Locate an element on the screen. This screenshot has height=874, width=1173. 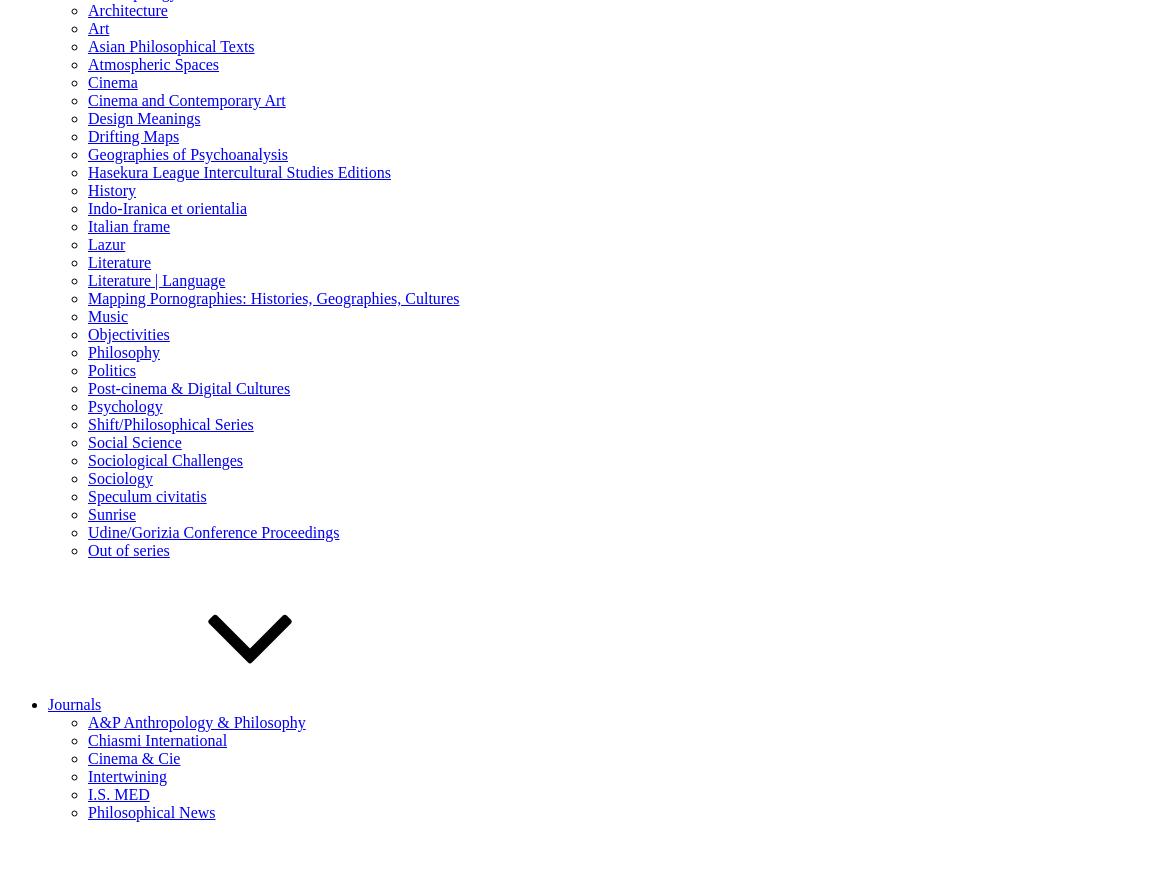
'Italian frame' is located at coordinates (129, 225).